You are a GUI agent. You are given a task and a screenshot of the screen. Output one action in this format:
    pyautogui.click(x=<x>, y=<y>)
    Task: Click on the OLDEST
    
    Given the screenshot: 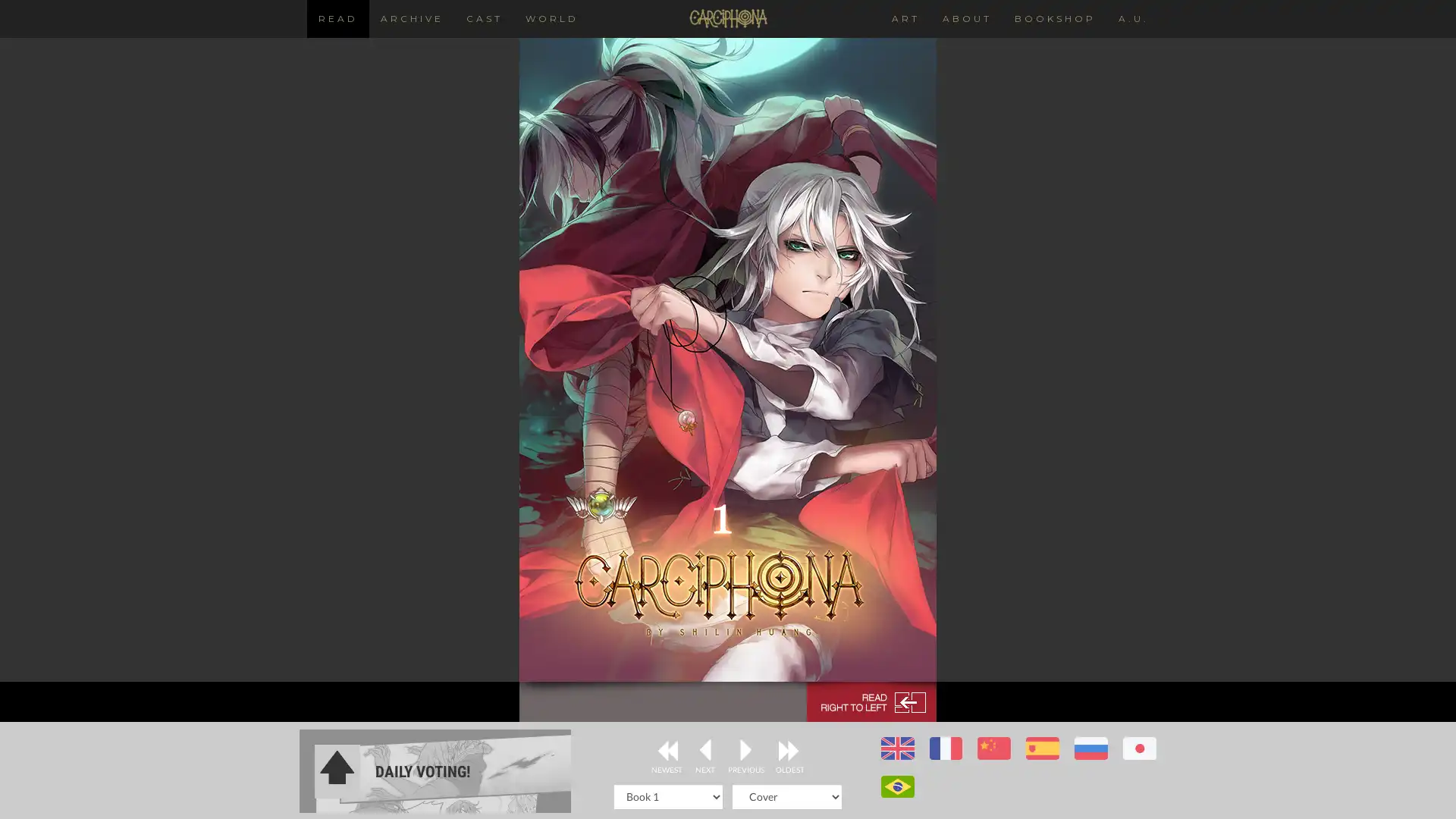 What is the action you would take?
    pyautogui.click(x=789, y=752)
    